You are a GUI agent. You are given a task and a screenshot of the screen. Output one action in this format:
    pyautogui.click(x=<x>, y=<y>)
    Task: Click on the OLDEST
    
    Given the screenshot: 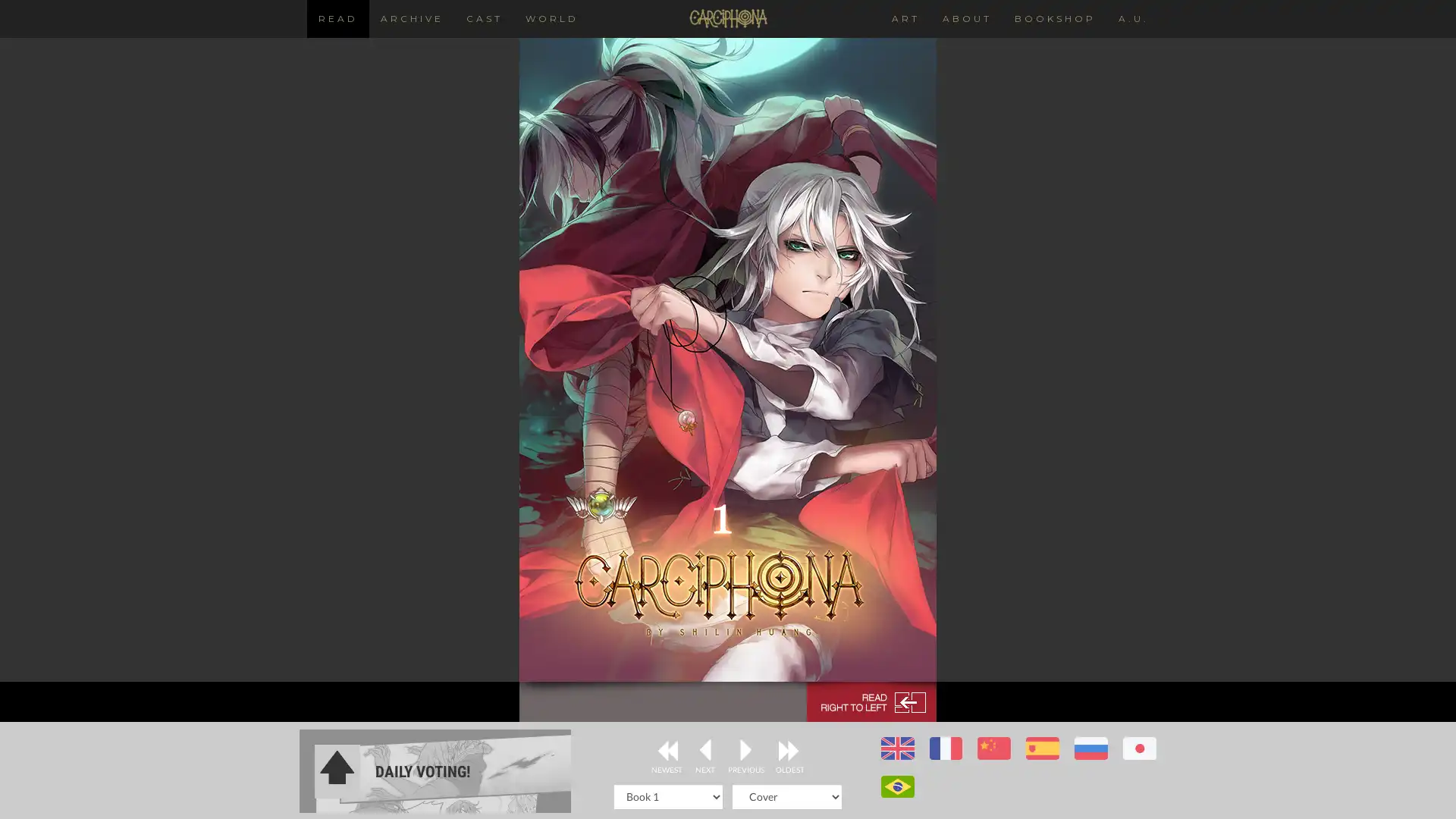 What is the action you would take?
    pyautogui.click(x=789, y=752)
    